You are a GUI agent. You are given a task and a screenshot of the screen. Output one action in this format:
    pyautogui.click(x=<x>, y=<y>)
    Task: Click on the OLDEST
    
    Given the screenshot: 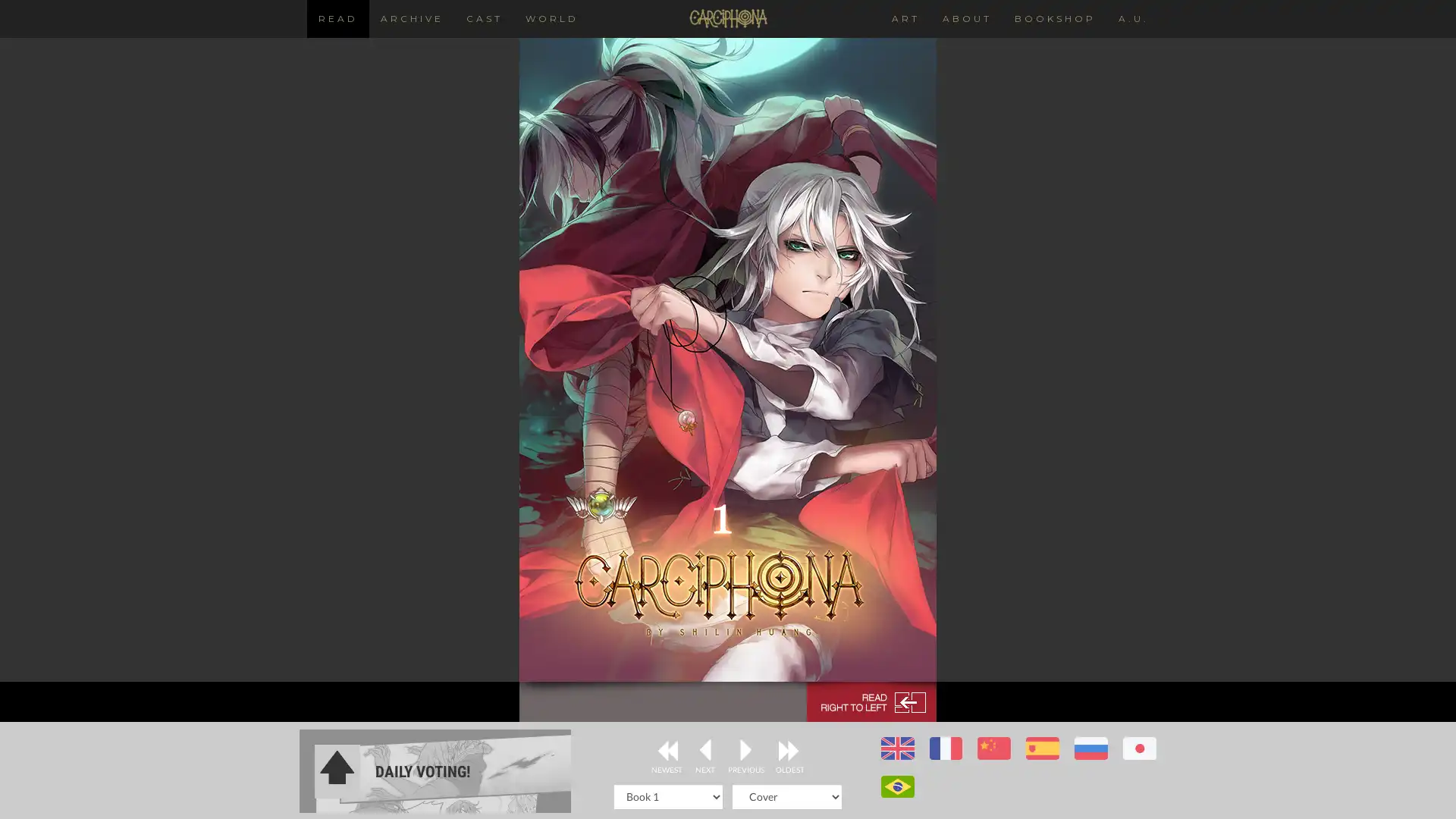 What is the action you would take?
    pyautogui.click(x=789, y=752)
    